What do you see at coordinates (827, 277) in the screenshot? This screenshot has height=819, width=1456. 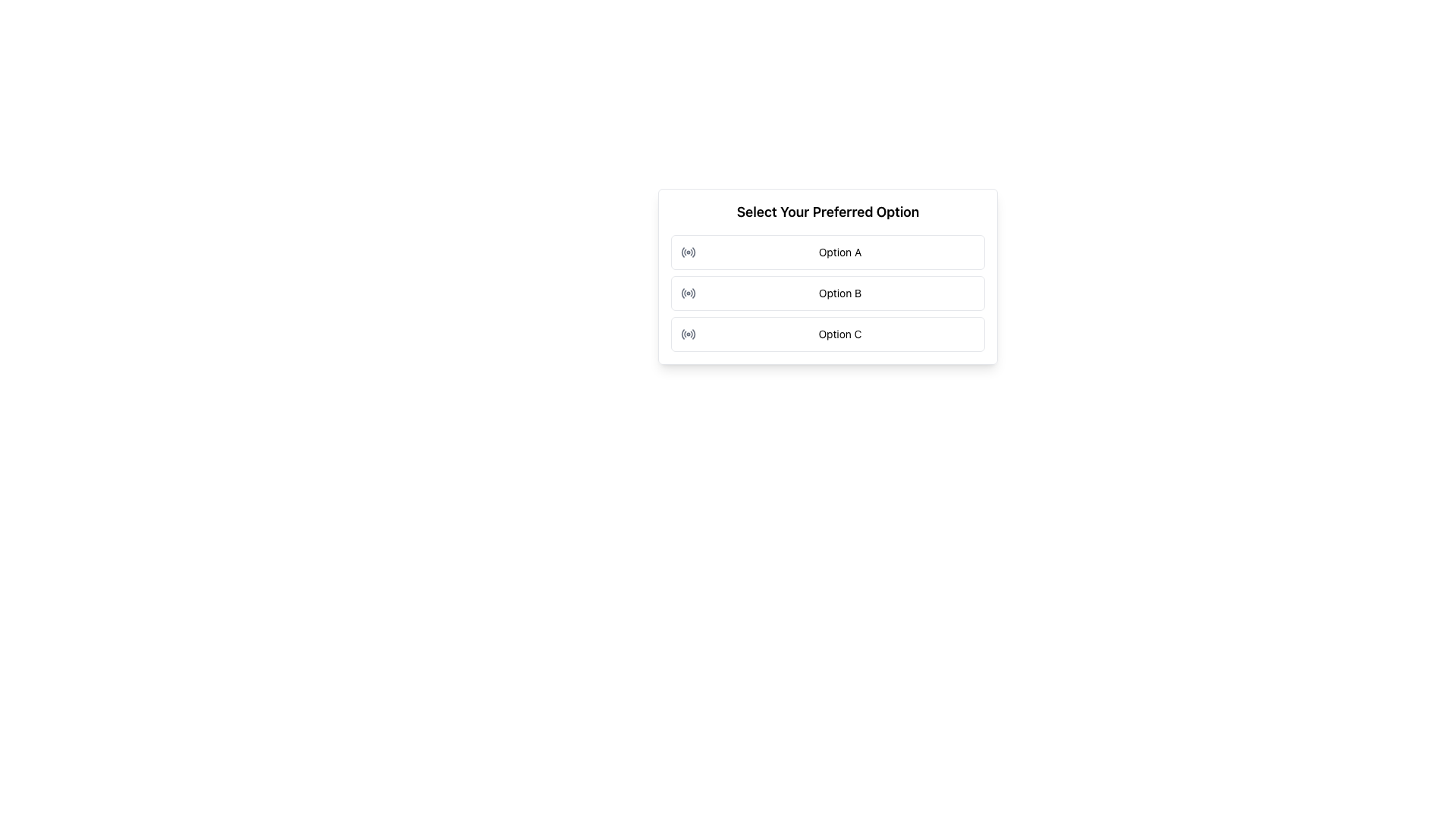 I see `the second selectable option in the single-choice selection menu` at bounding box center [827, 277].